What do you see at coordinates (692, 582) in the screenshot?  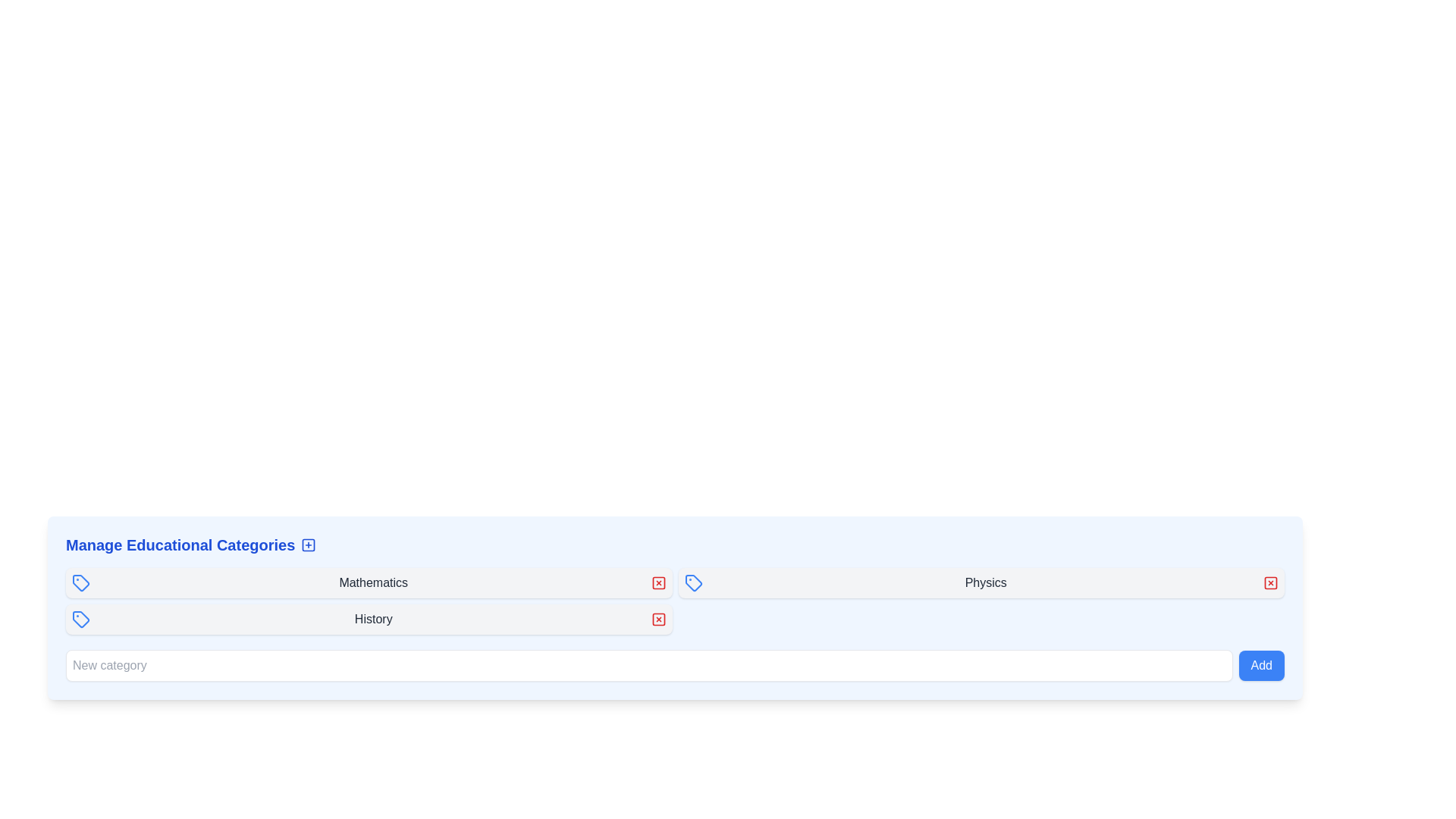 I see `the blue tag icon, which is located` at bounding box center [692, 582].